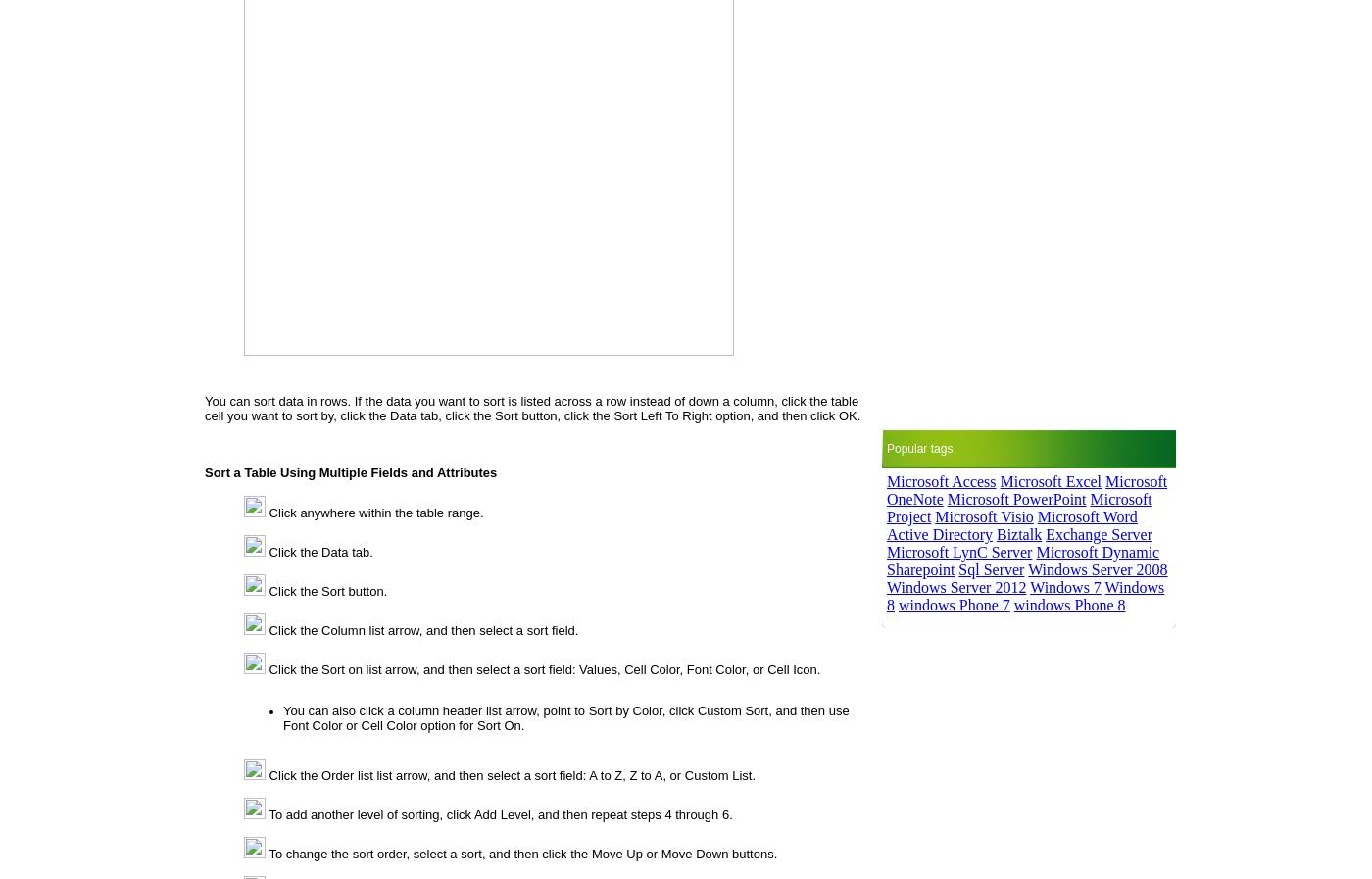 Image resolution: width=1372 pixels, height=879 pixels. I want to click on 'option for Sort On.', so click(470, 724).